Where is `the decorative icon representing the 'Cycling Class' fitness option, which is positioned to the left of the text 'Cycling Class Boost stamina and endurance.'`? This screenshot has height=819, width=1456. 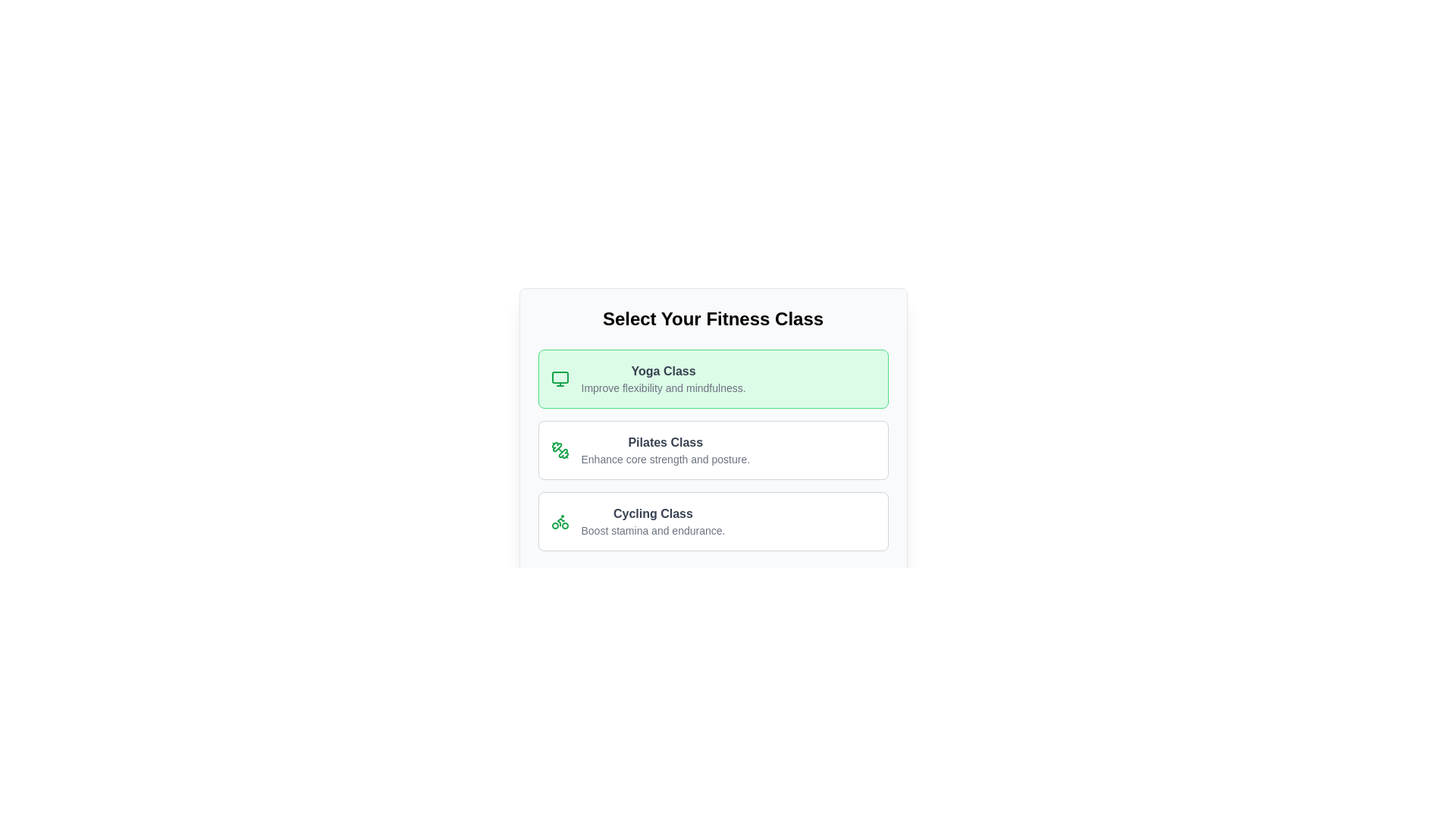 the decorative icon representing the 'Cycling Class' fitness option, which is positioned to the left of the text 'Cycling Class Boost stamina and endurance.' is located at coordinates (559, 520).